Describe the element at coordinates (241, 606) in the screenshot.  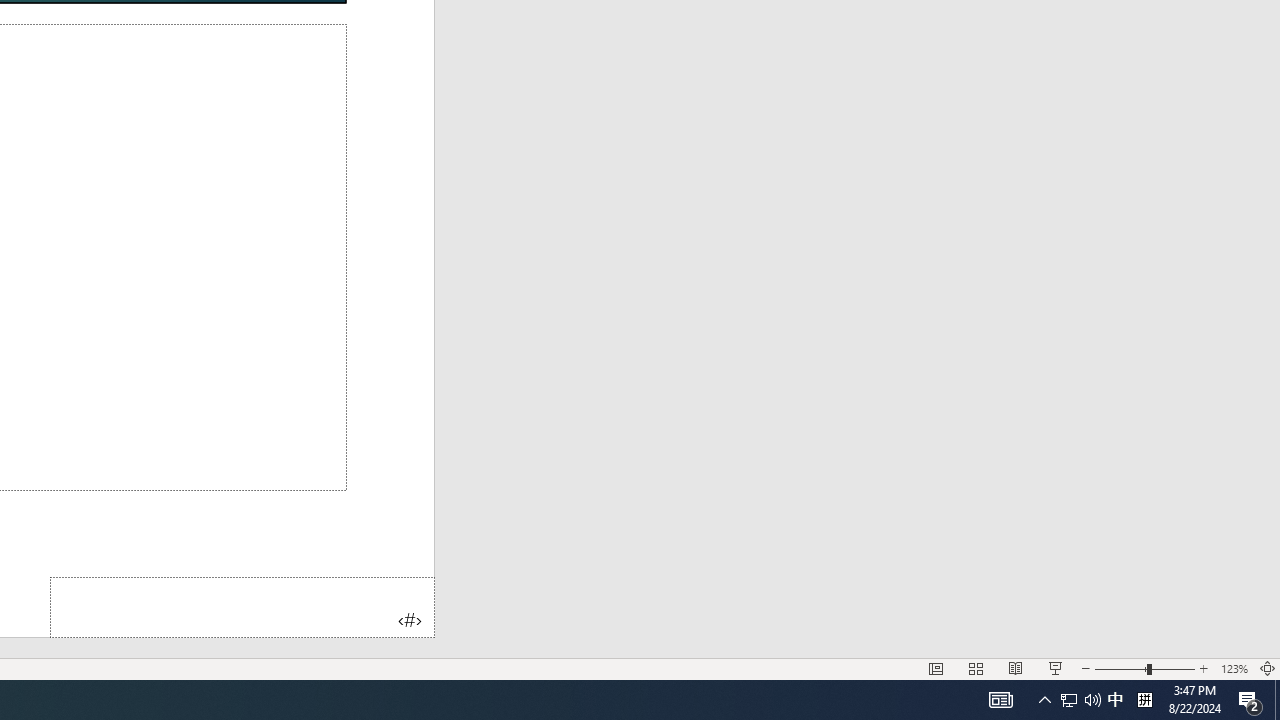
I see `'Page Number'` at that location.